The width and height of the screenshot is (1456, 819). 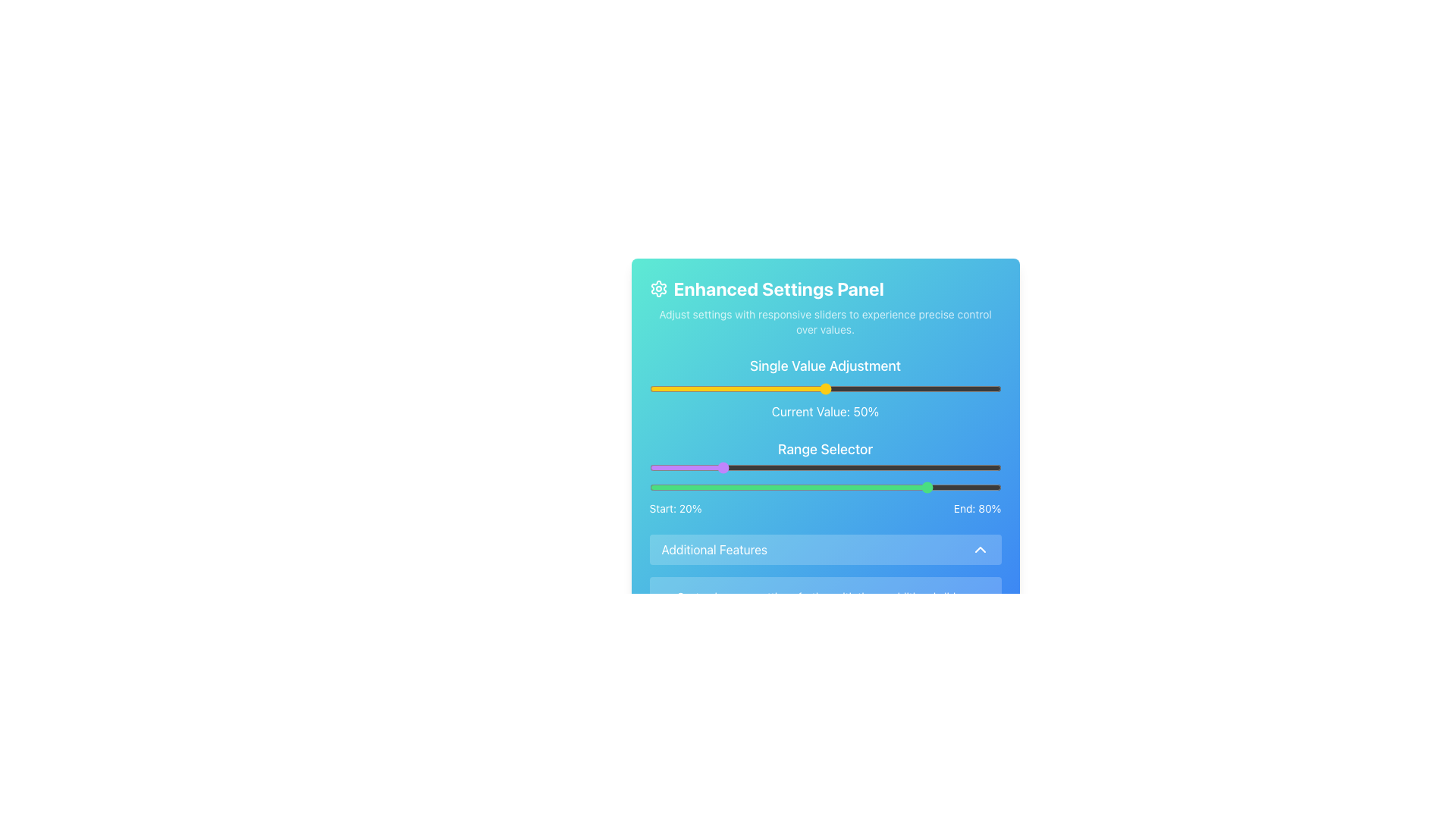 I want to click on the central interactive panel that contains sliders for adjusting settings, so click(x=824, y=446).